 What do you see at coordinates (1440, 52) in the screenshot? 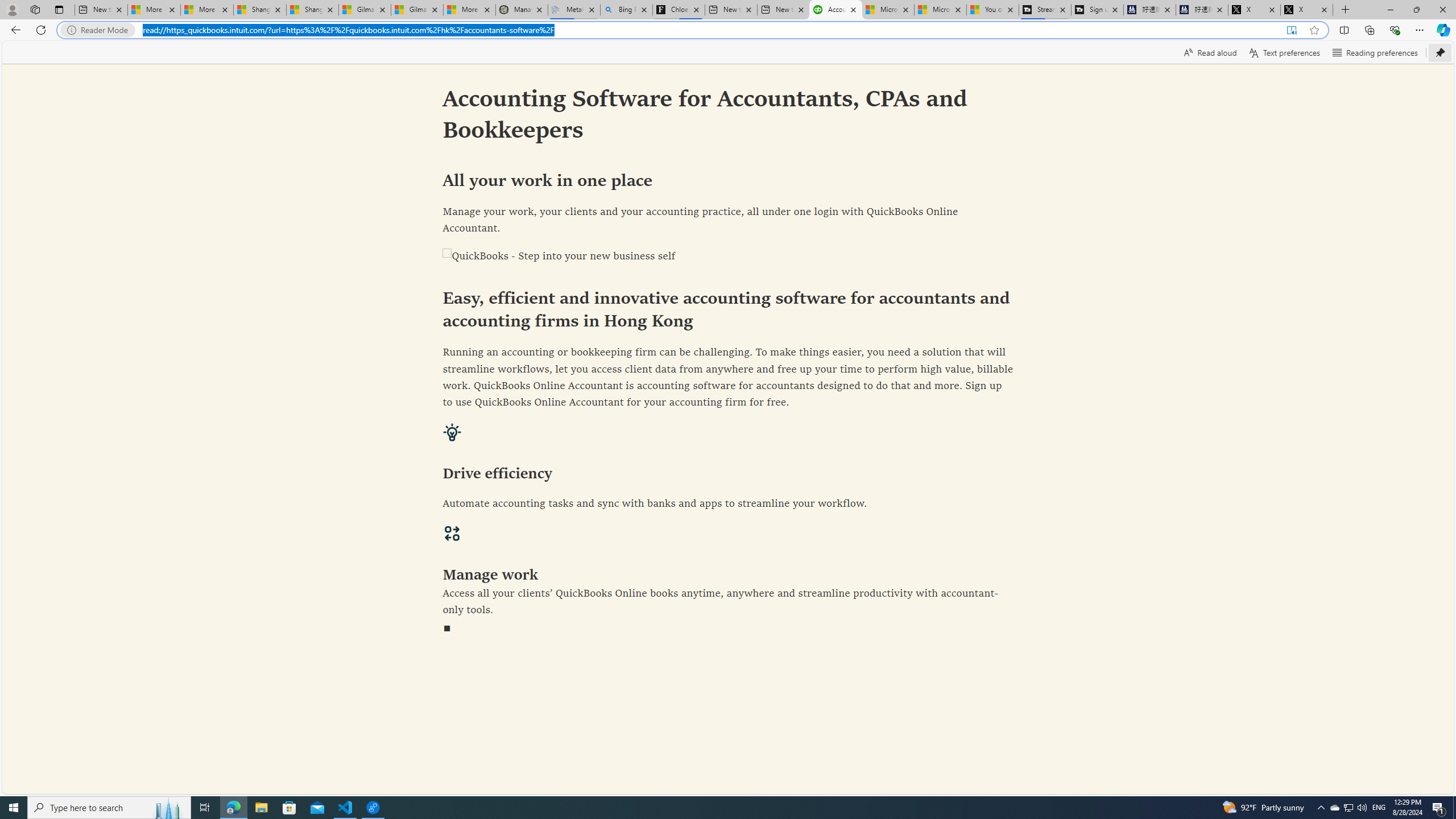
I see `'Unpin toolbar'` at bounding box center [1440, 52].